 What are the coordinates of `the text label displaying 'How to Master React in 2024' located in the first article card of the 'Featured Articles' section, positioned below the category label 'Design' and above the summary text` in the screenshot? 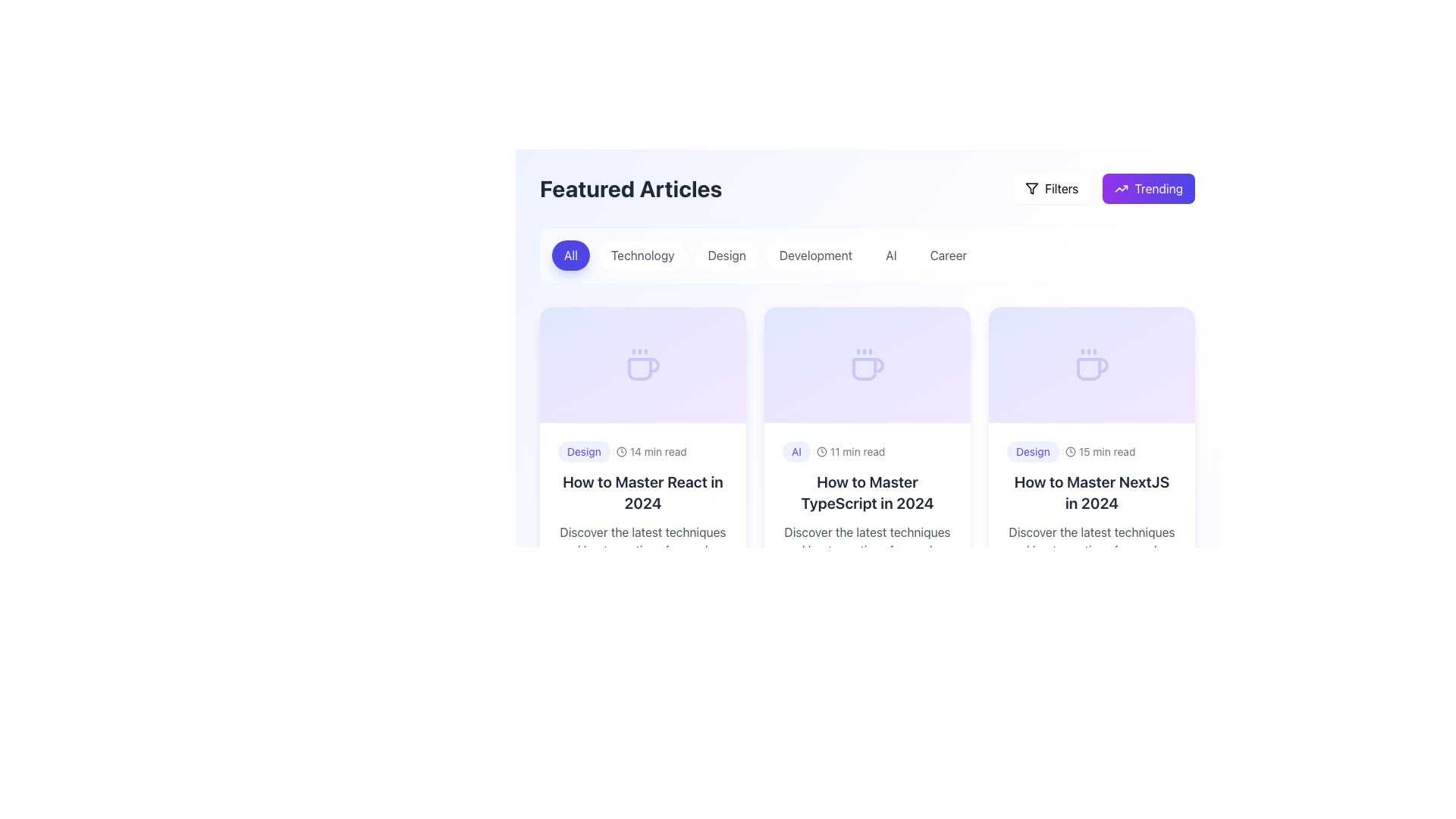 It's located at (643, 493).